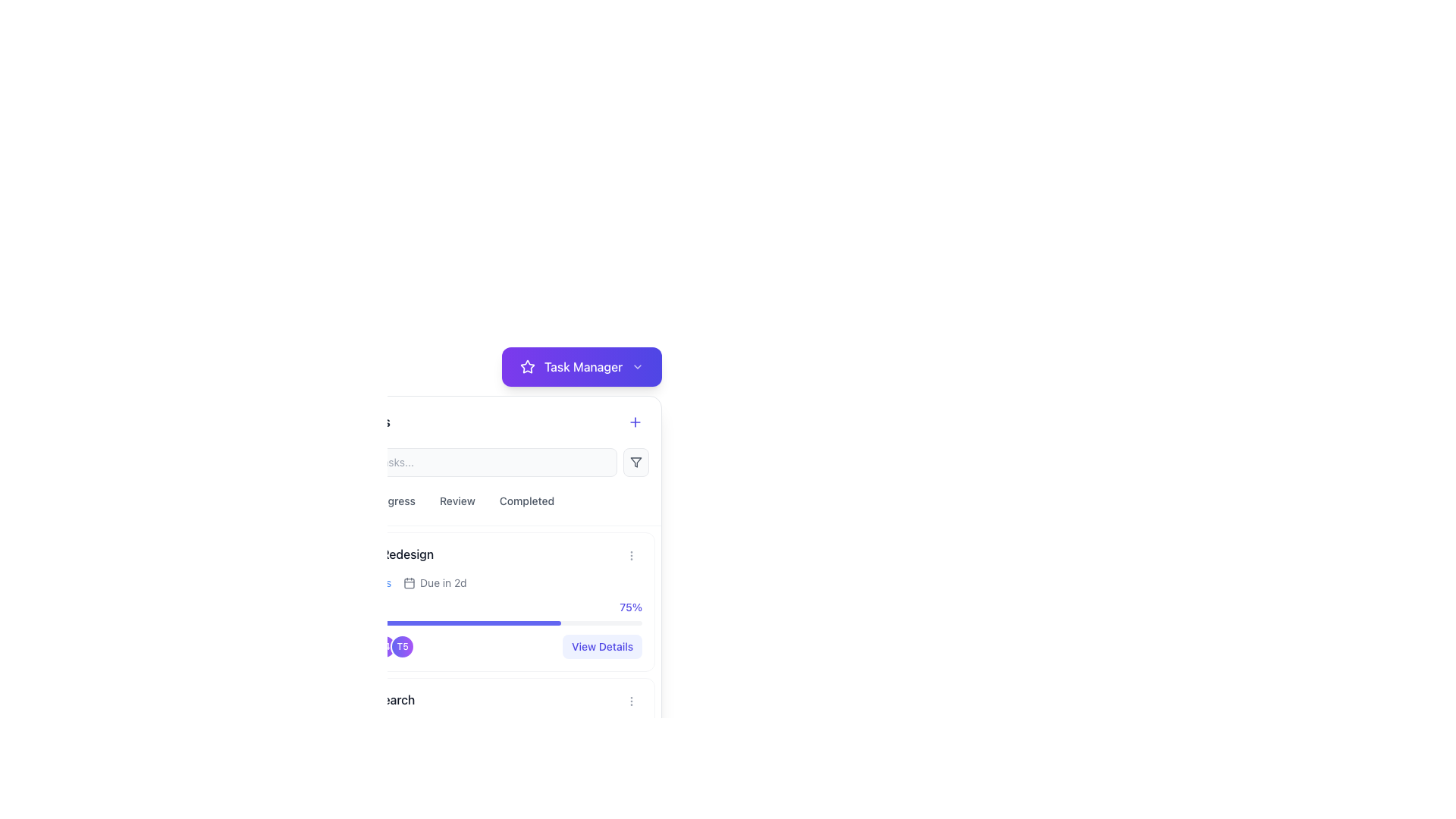 The width and height of the screenshot is (1456, 819). I want to click on the 'In-progress' navigation button, which is the second item in a row of four labels in the navigation bar, so click(386, 500).